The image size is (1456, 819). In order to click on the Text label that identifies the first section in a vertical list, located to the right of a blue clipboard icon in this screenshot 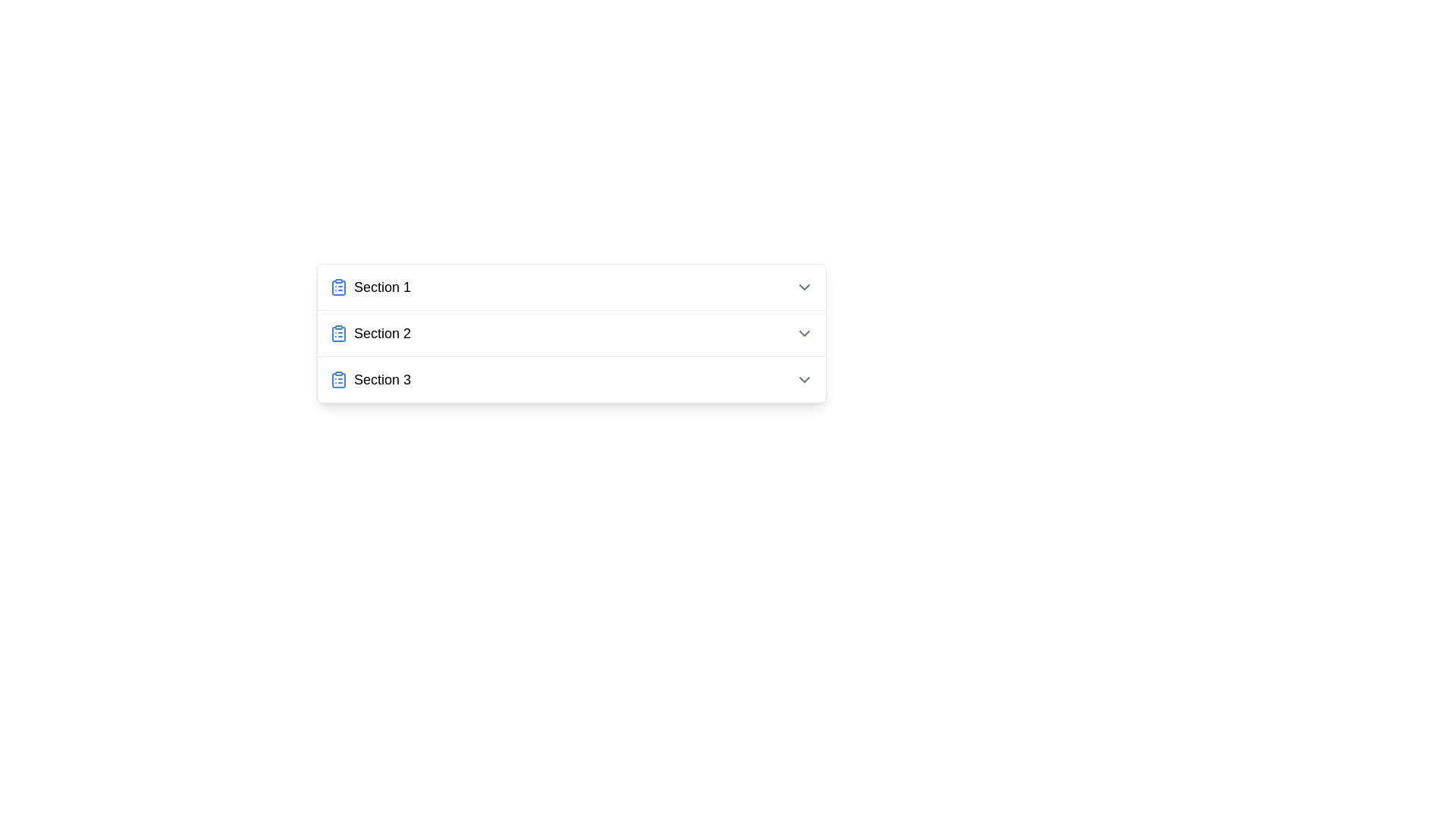, I will do `click(382, 287)`.